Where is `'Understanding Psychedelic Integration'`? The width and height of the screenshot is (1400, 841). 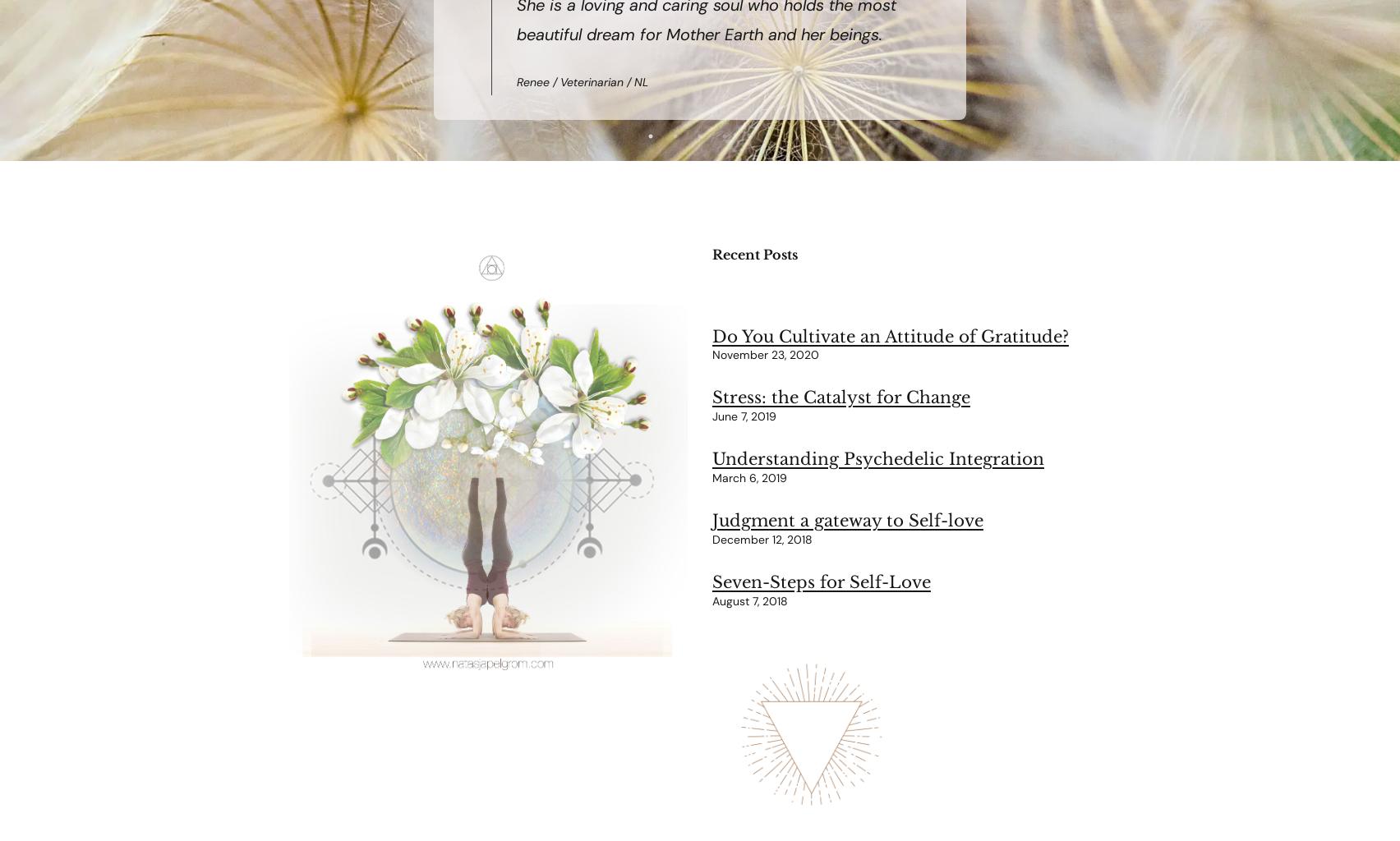
'Understanding Psychedelic Integration' is located at coordinates (877, 458).